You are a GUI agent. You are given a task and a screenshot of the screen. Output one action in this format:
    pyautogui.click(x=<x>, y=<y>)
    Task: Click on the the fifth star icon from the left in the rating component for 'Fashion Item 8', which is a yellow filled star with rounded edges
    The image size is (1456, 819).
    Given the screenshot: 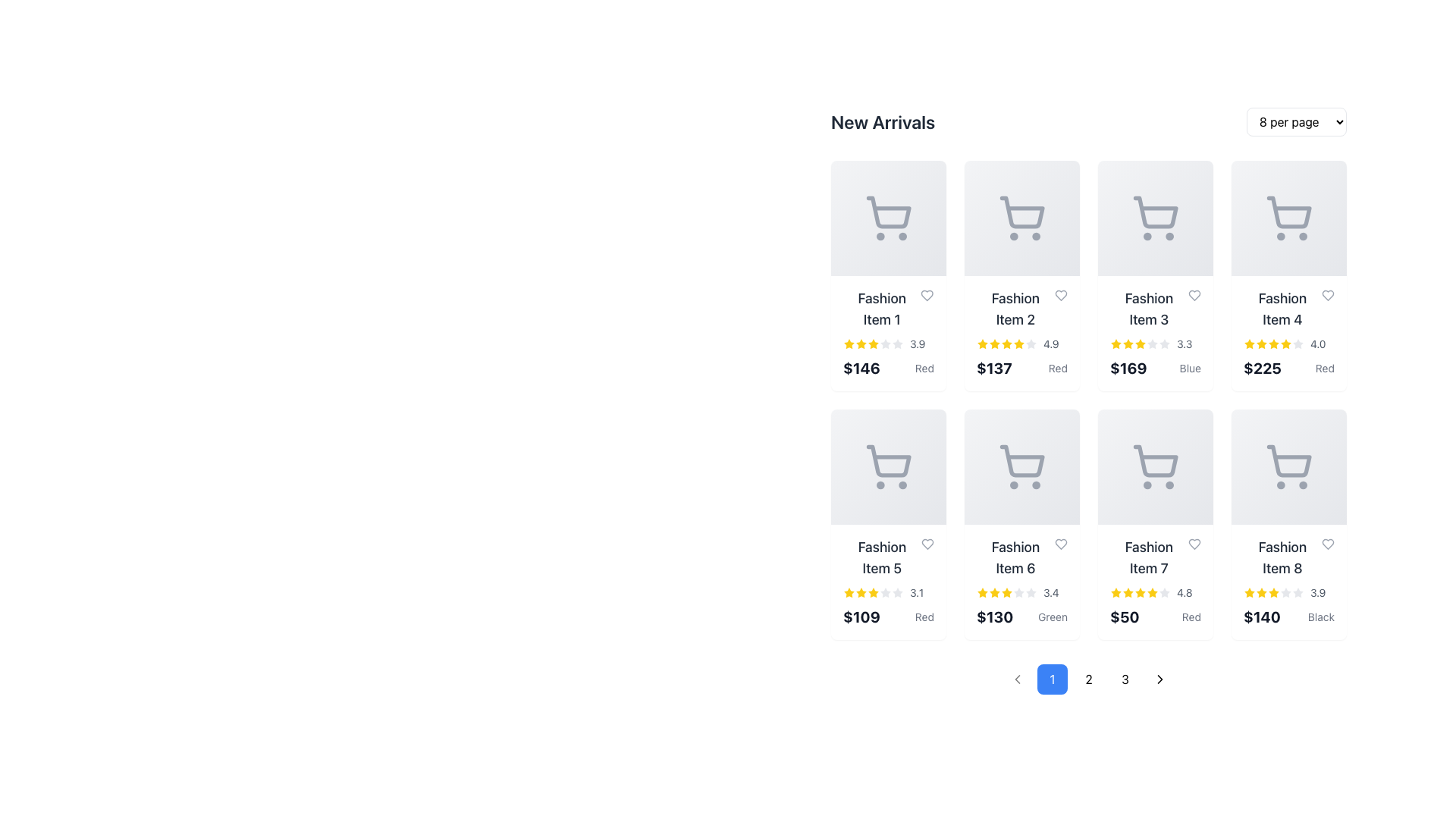 What is the action you would take?
    pyautogui.click(x=1274, y=592)
    